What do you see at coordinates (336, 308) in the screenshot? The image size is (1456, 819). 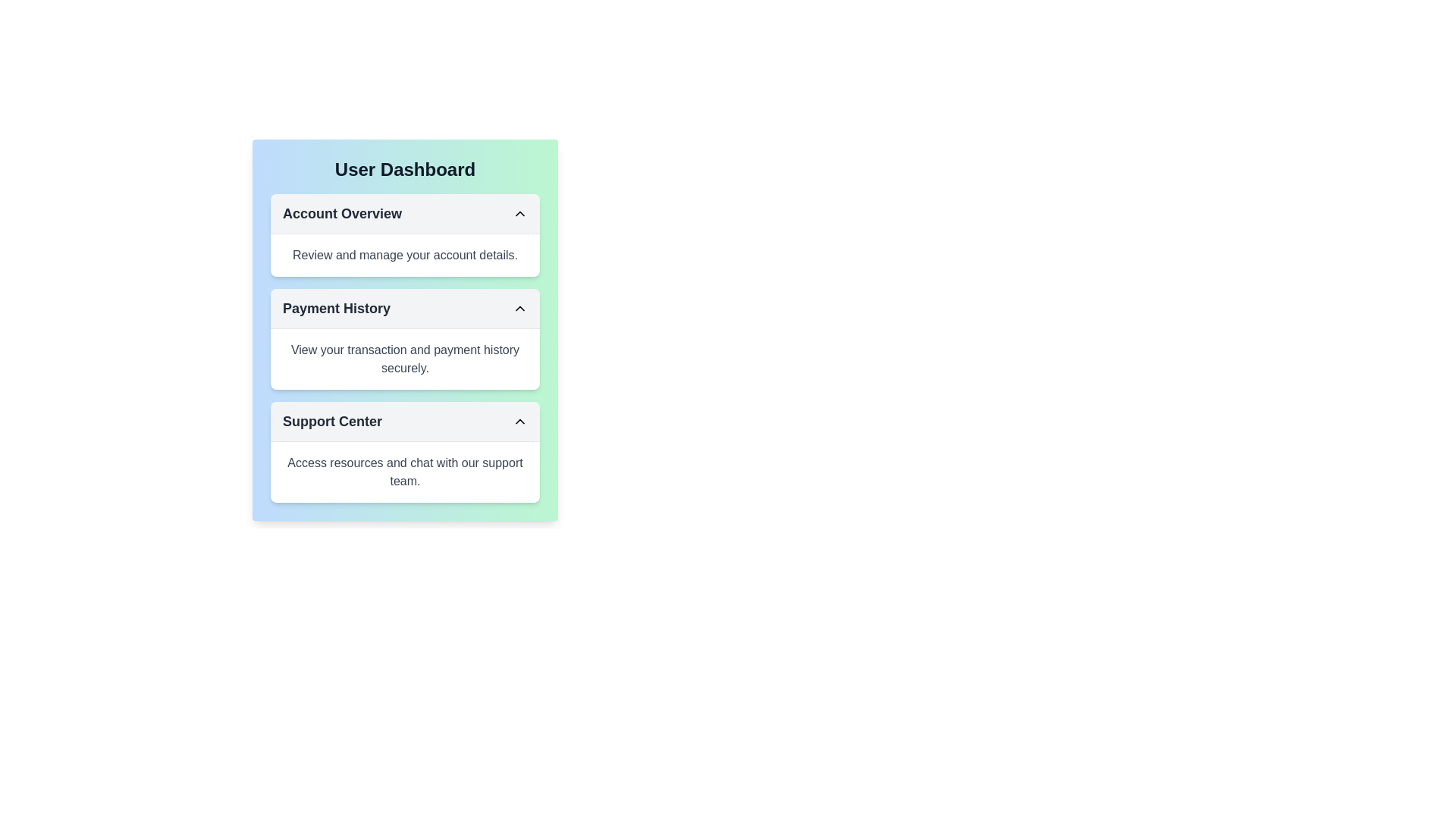 I see `the 'Payment History' section header text label, which is centrally positioned in the second section of the User Dashboard, above a description text block and next to an upward-facing icon` at bounding box center [336, 308].